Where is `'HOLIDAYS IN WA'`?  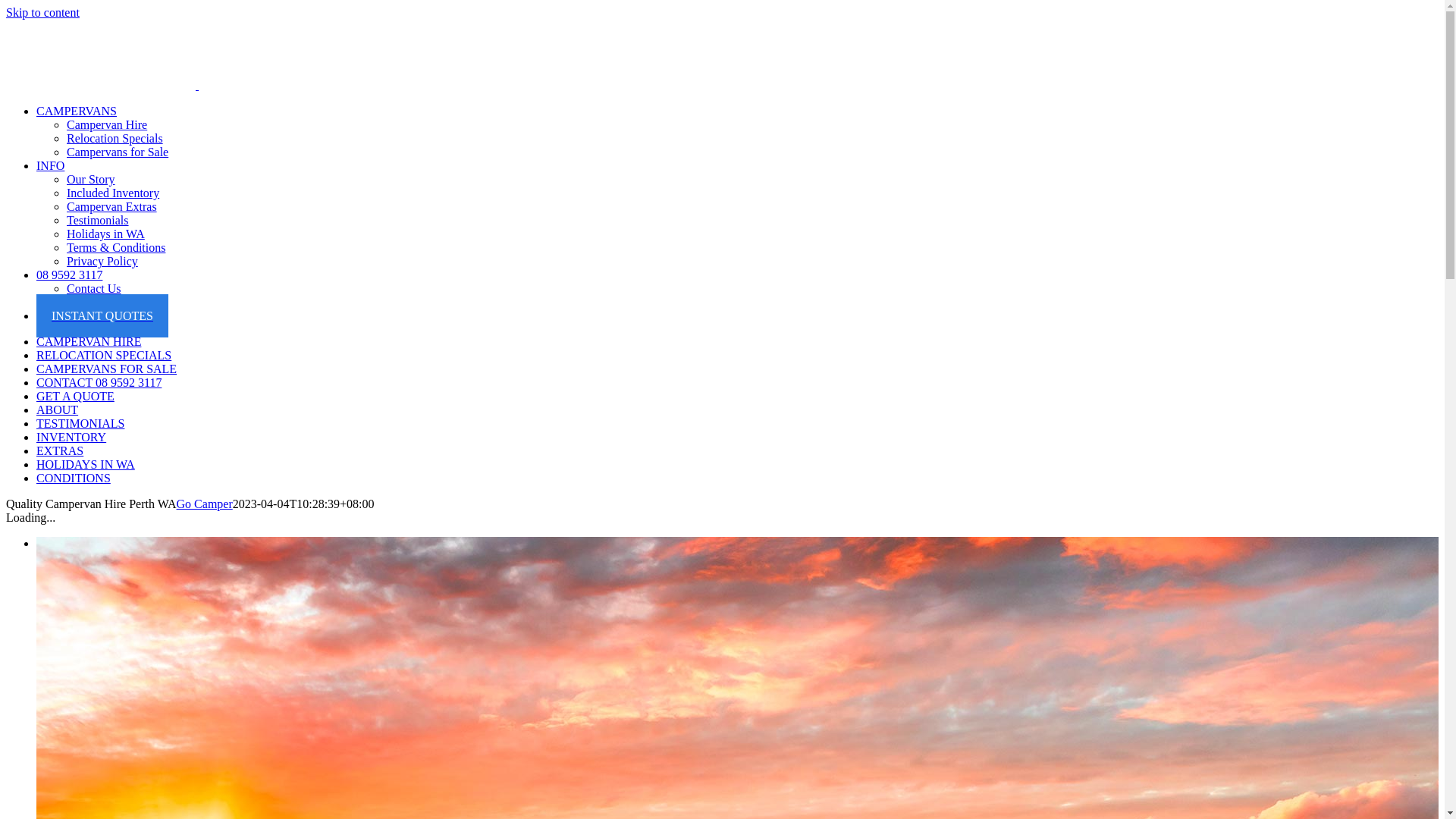
'HOLIDAYS IN WA' is located at coordinates (85, 463).